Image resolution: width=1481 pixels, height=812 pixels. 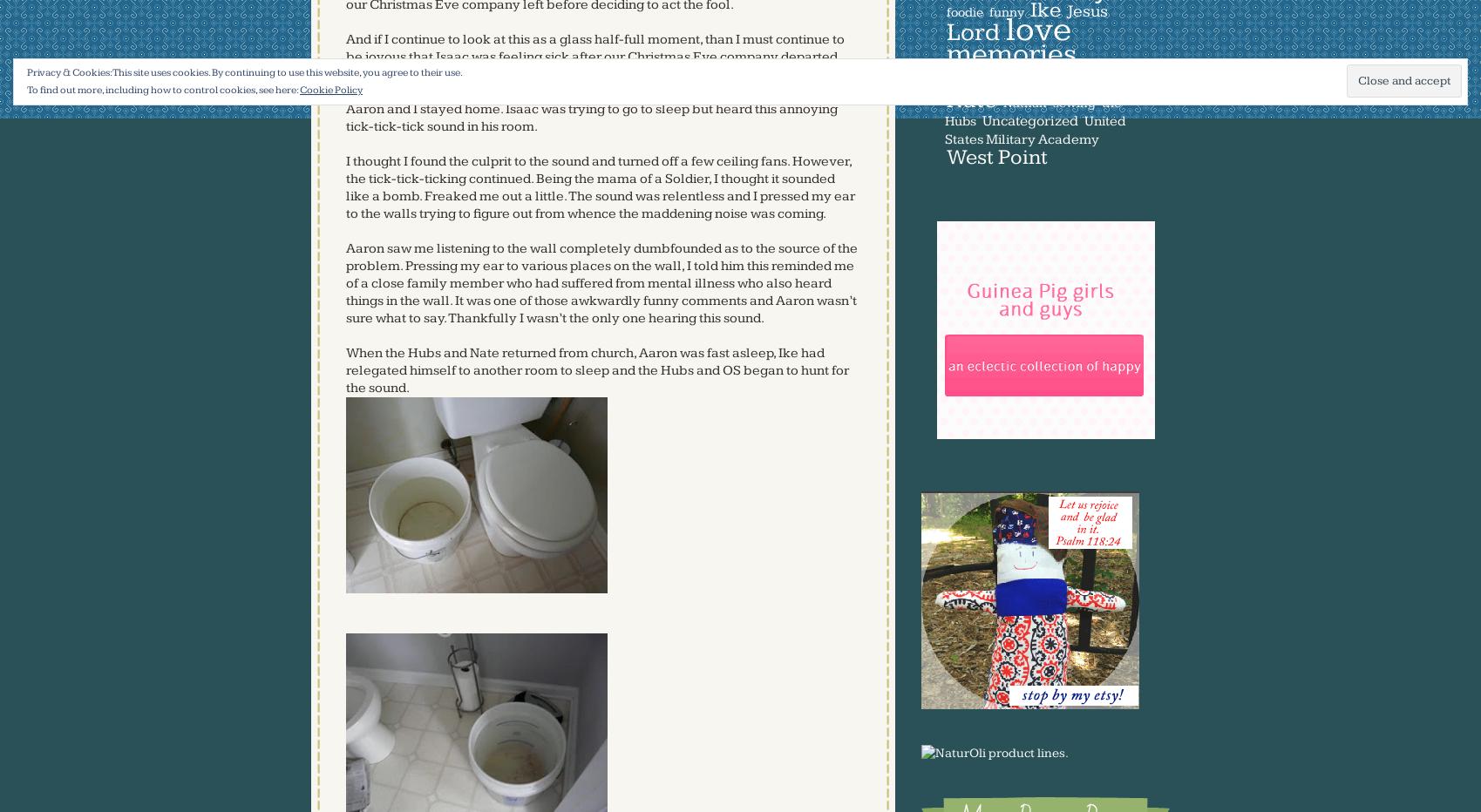 I want to click on 'I thought I found the culprit to the sound and turned off a few ceiling fans. However, the tick-tick-ticking continued. Being the mama of a Soldier, I thought it sounded like a bomb. Freaked me out a little. The sound was relentless and I pressed my ear to the walls trying to figure out from whence the maddening noise was coming.', so click(x=599, y=187).